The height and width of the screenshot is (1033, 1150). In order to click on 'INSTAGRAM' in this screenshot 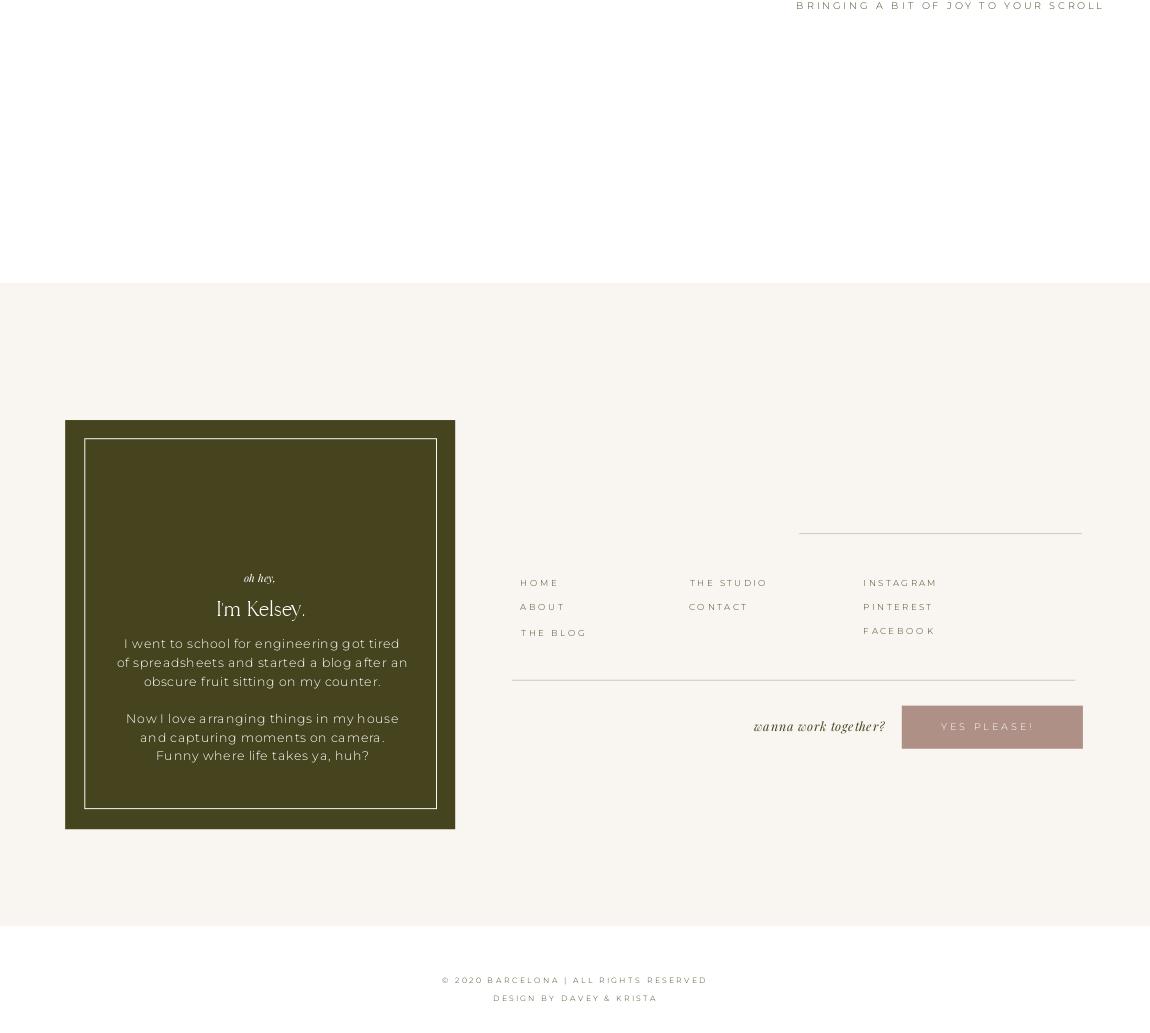, I will do `click(900, 580)`.